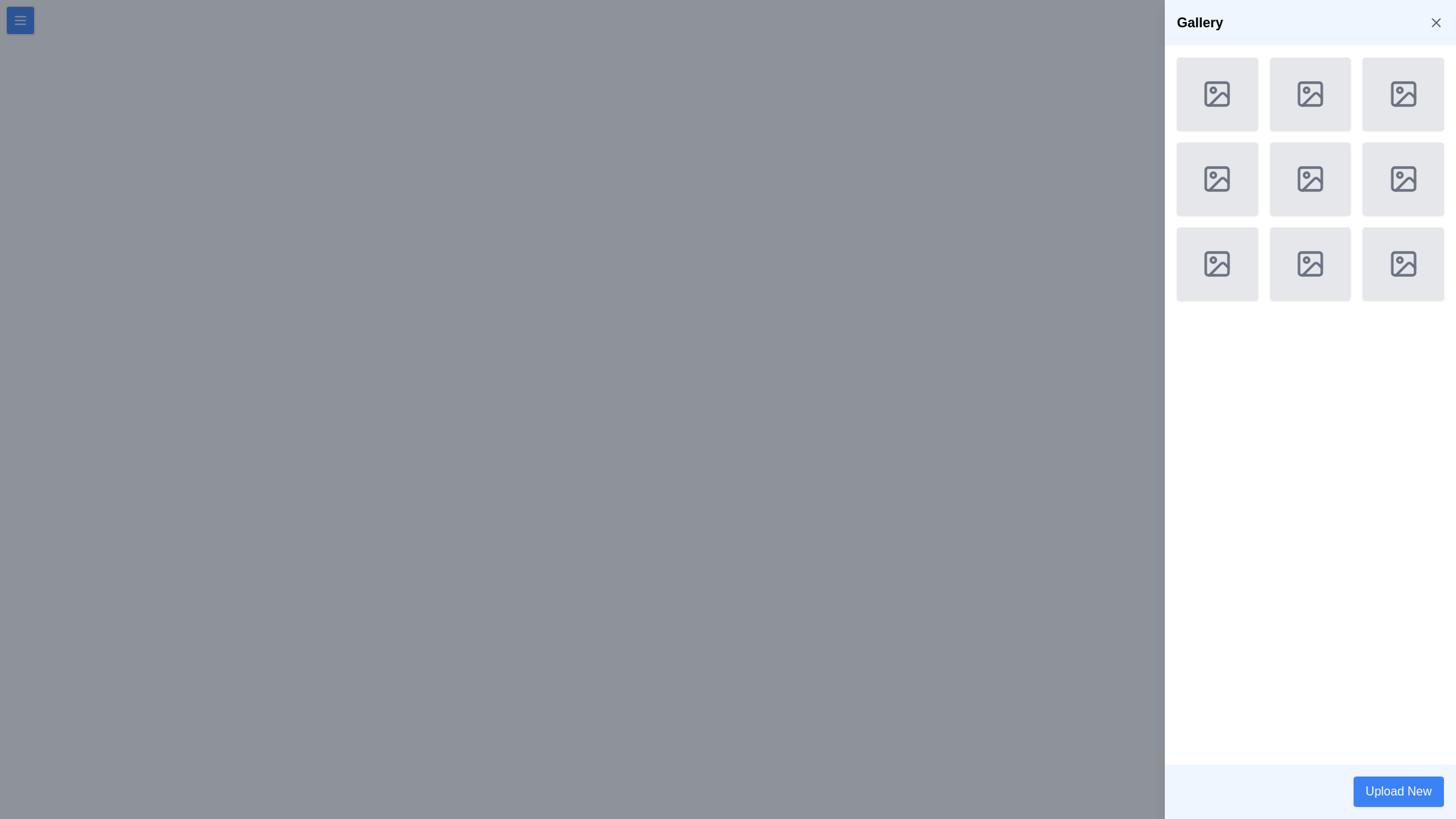 The image size is (1456, 819). What do you see at coordinates (1217, 262) in the screenshot?
I see `the first item in the last row of the 3-column grid layout on the right-side panel` at bounding box center [1217, 262].